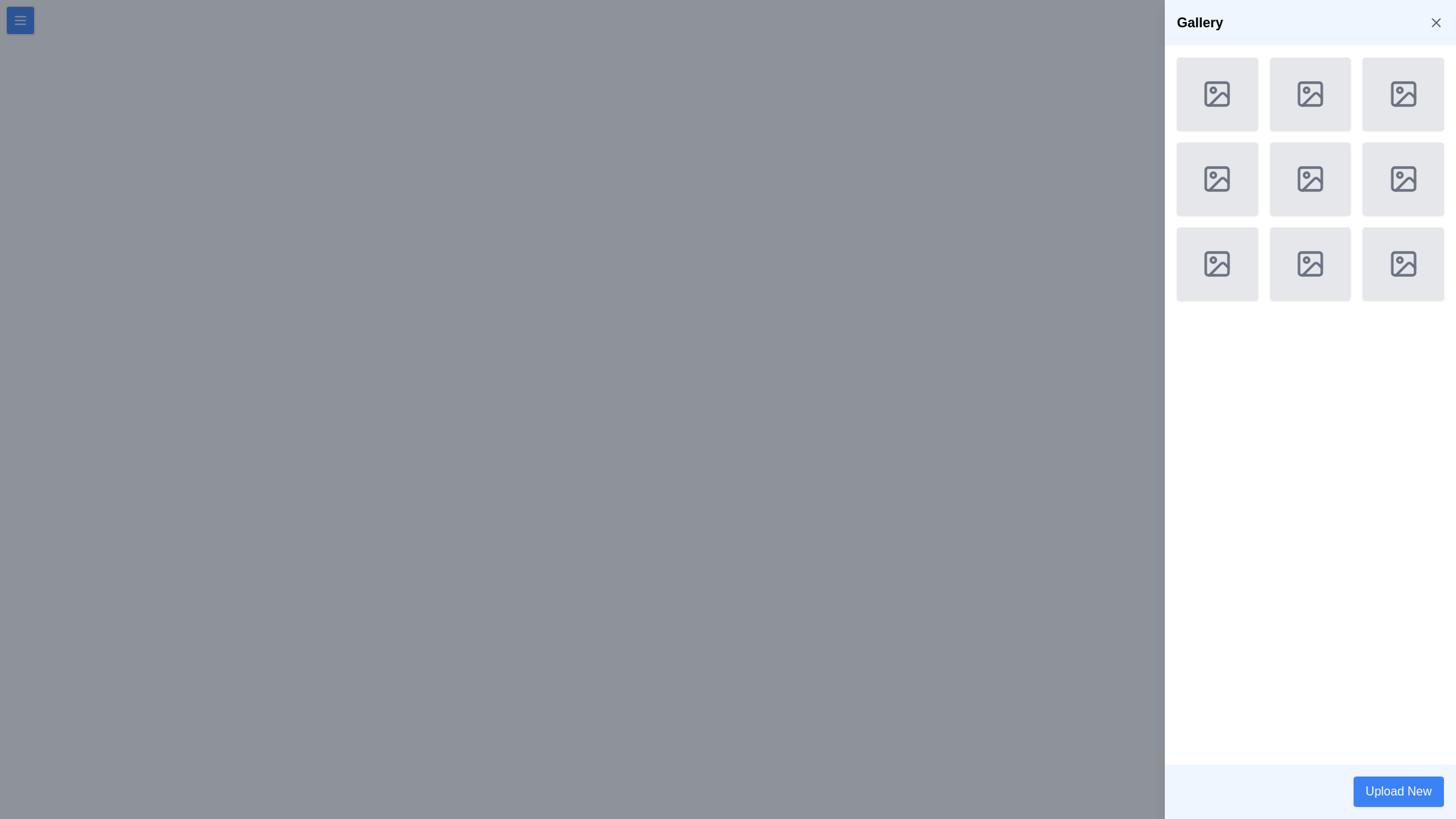 The image size is (1456, 819). What do you see at coordinates (1217, 262) in the screenshot?
I see `the first item in the last row of the 3-column grid layout on the right-side panel` at bounding box center [1217, 262].